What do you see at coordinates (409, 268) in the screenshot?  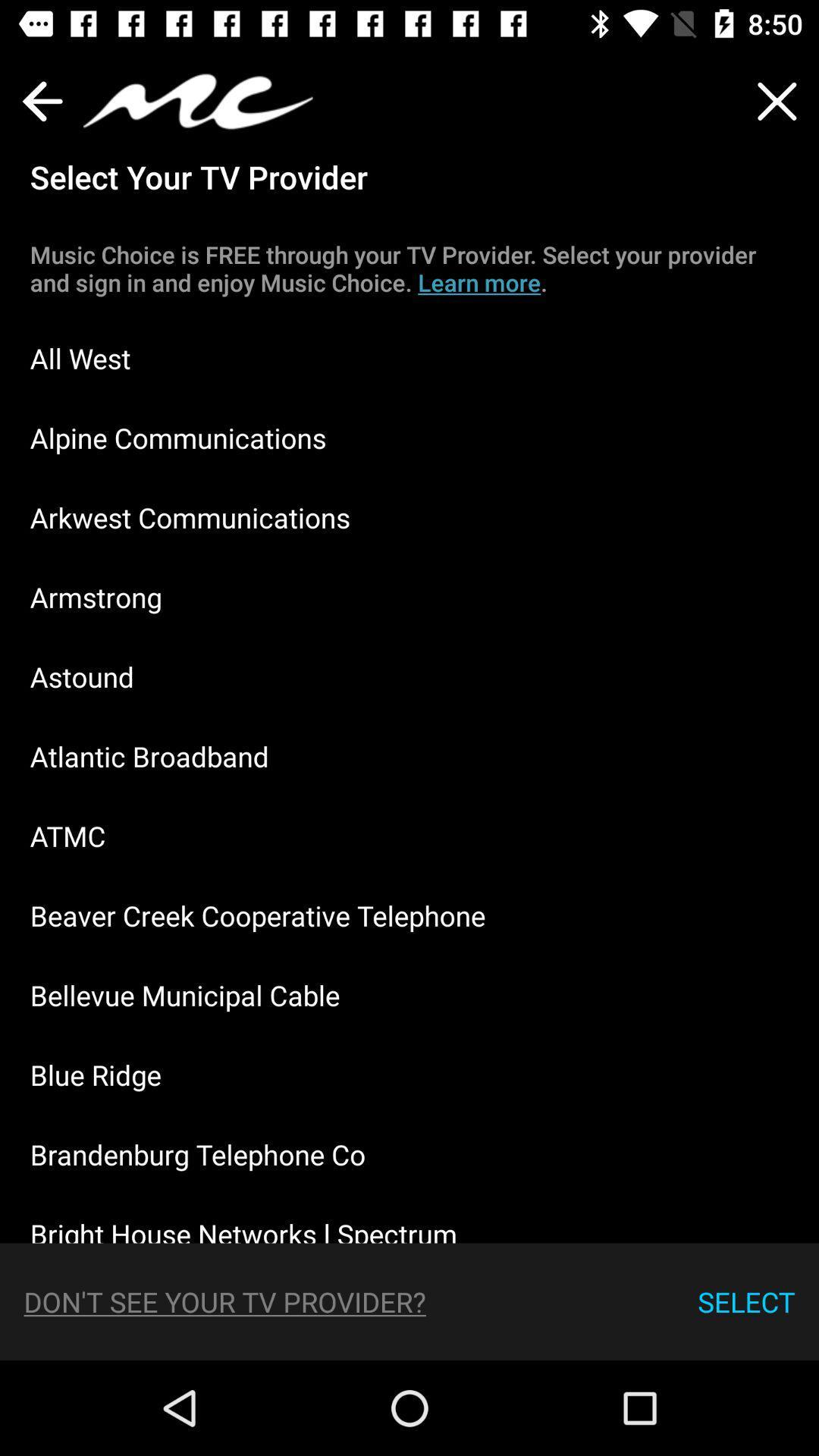 I see `the music choice is item` at bounding box center [409, 268].